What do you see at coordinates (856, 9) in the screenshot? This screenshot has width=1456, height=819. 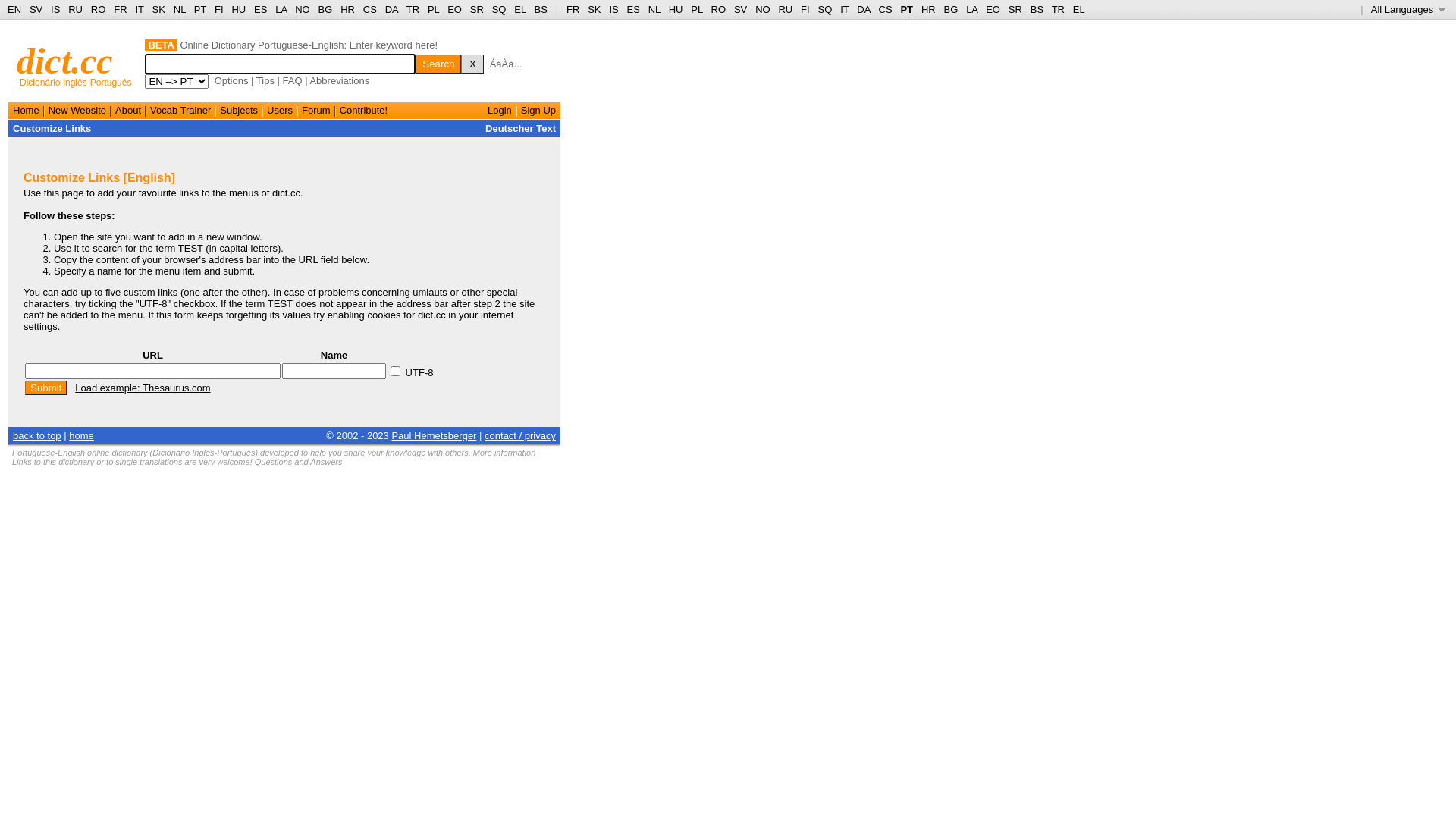 I see `'DA'` at bounding box center [856, 9].